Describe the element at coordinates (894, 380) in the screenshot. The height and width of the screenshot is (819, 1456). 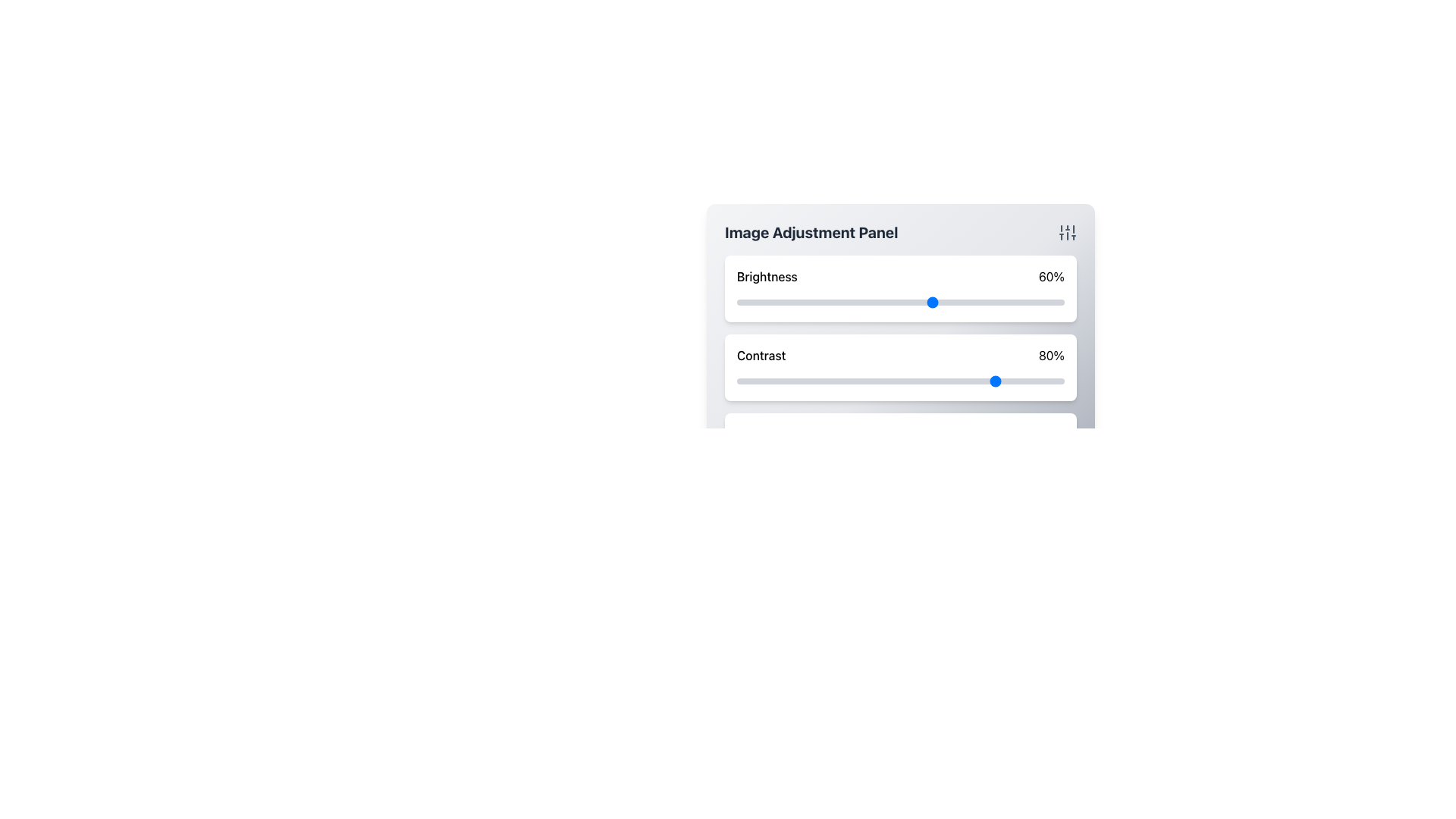
I see `contrast` at that location.